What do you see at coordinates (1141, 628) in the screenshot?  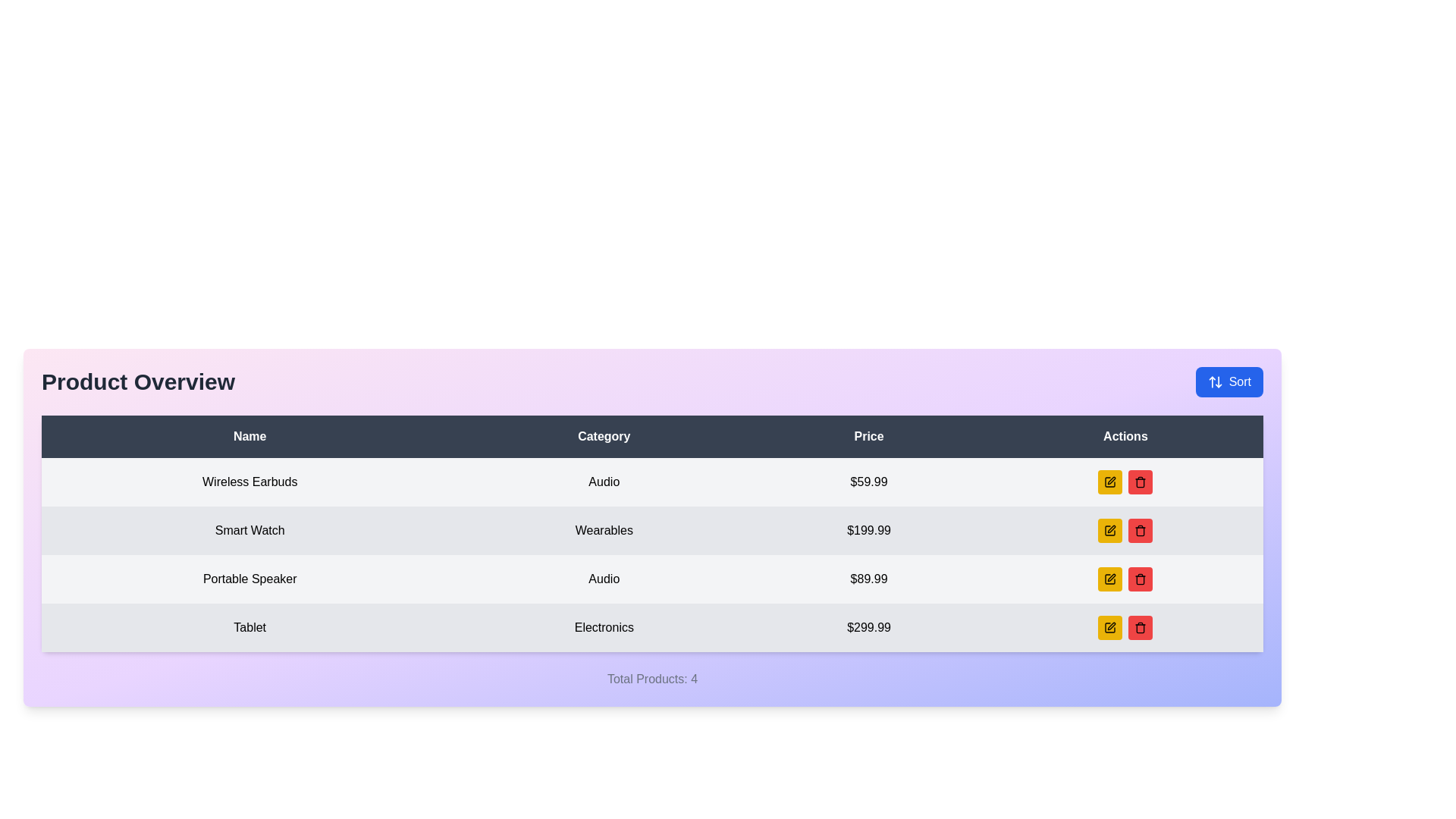 I see `the red trash bin icon button located in the lower-right action column of the 'Tablet' product row` at bounding box center [1141, 628].